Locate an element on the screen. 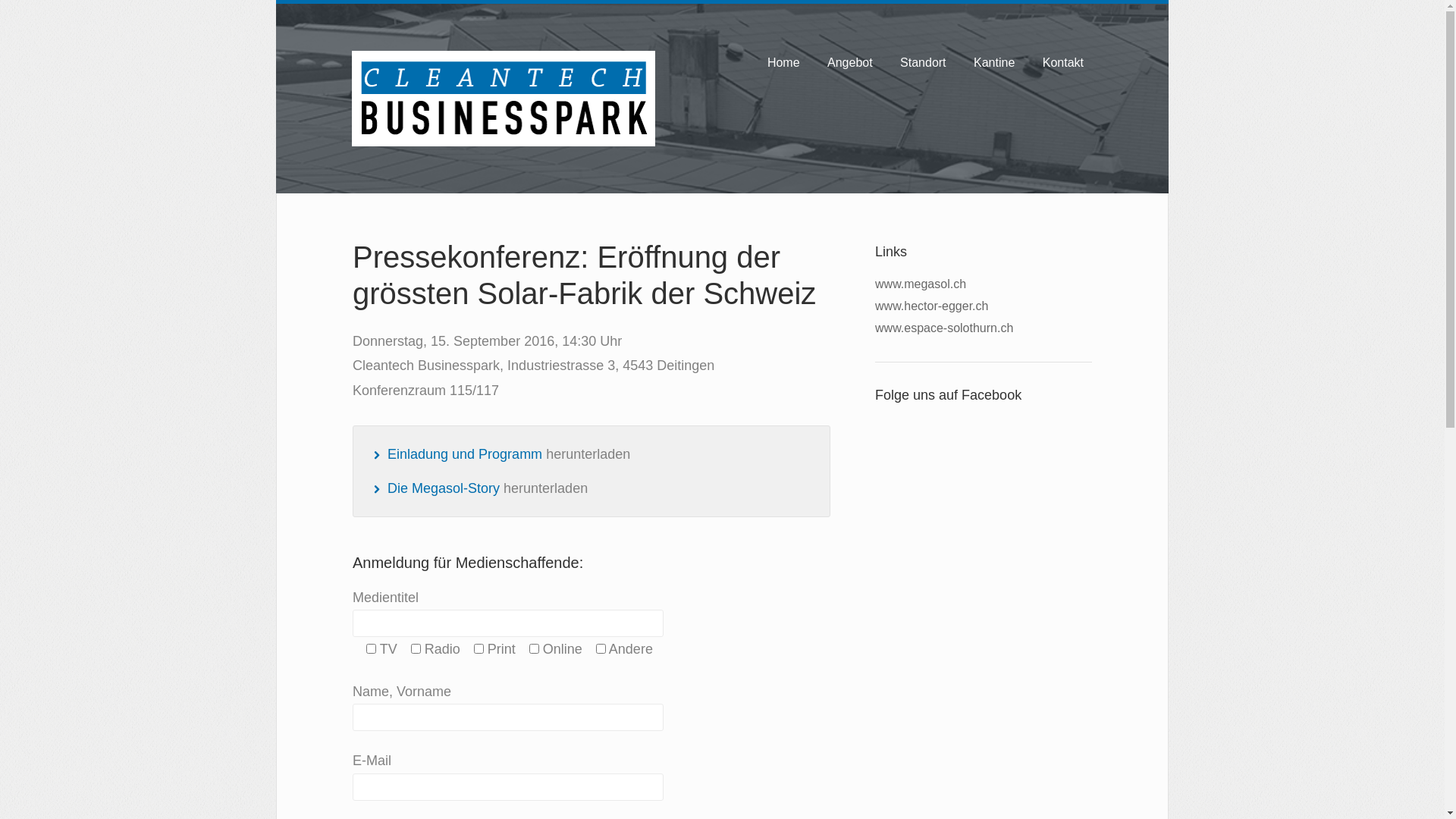  'Angebot' is located at coordinates (850, 62).